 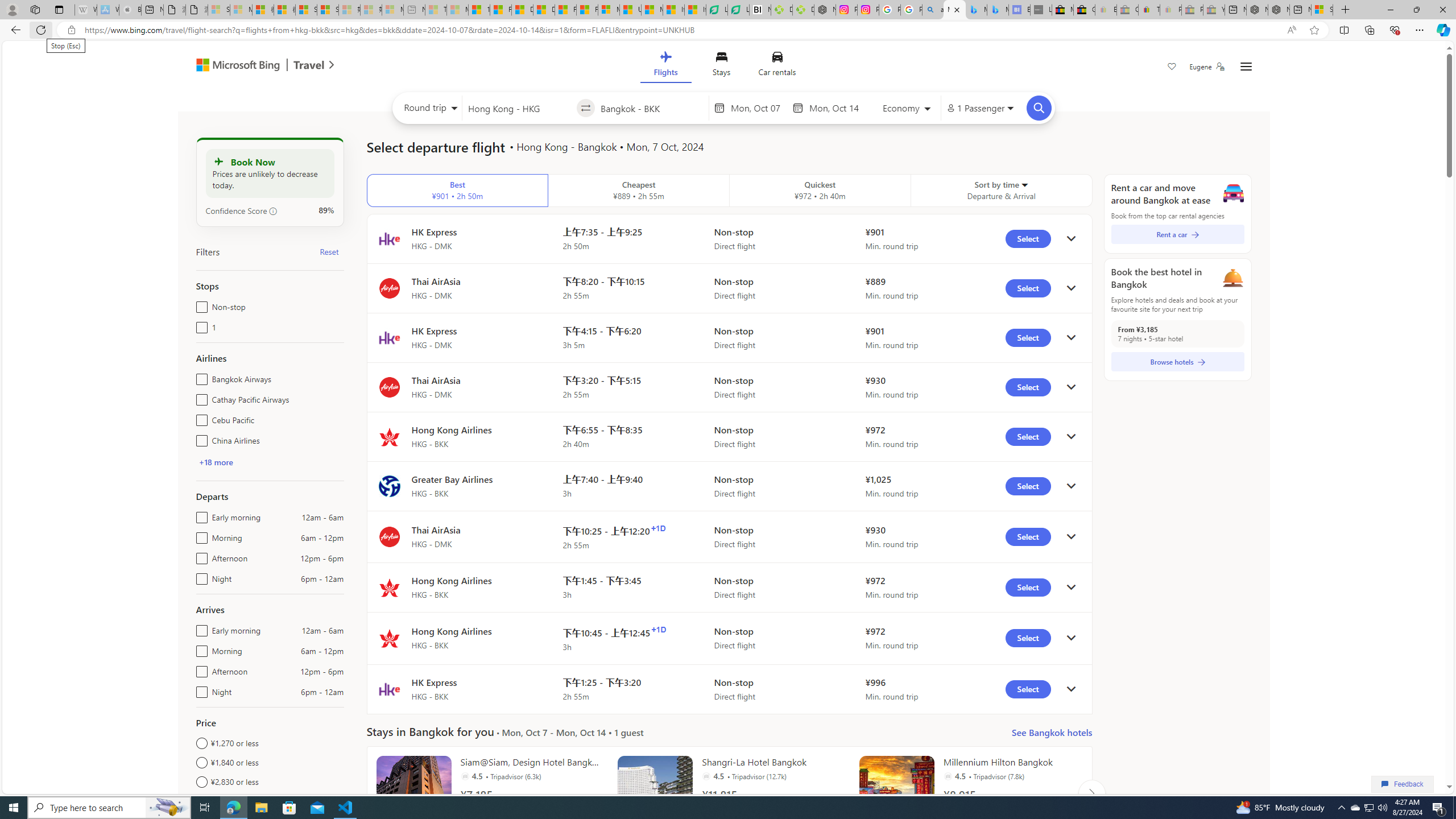 What do you see at coordinates (1171, 67) in the screenshot?
I see `'Save'` at bounding box center [1171, 67].